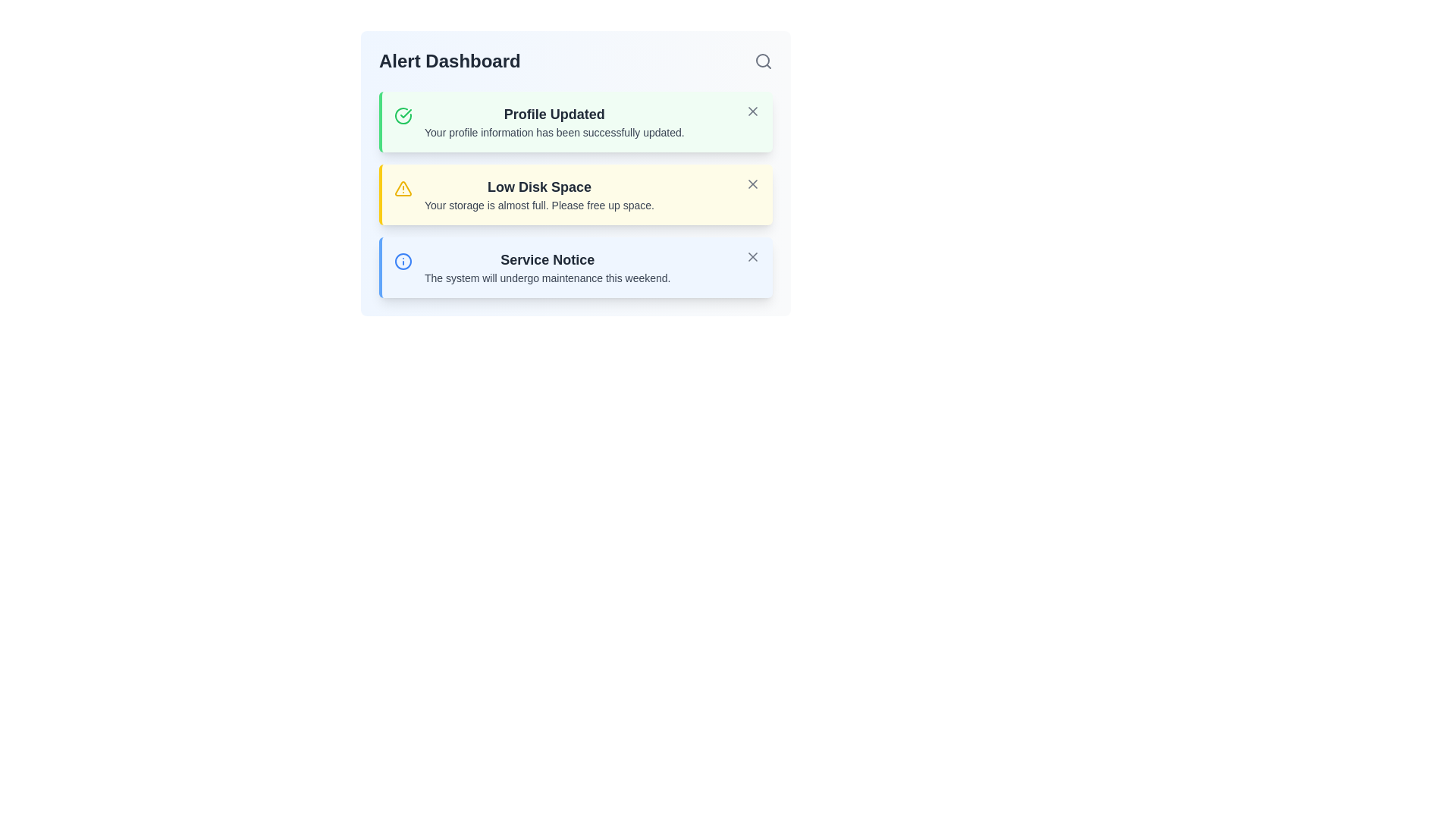 The width and height of the screenshot is (1456, 819). I want to click on the SVG Circle, which is a circular graphical component representing part of a search icon located at the upper-right corner of the user interface, so click(763, 60).